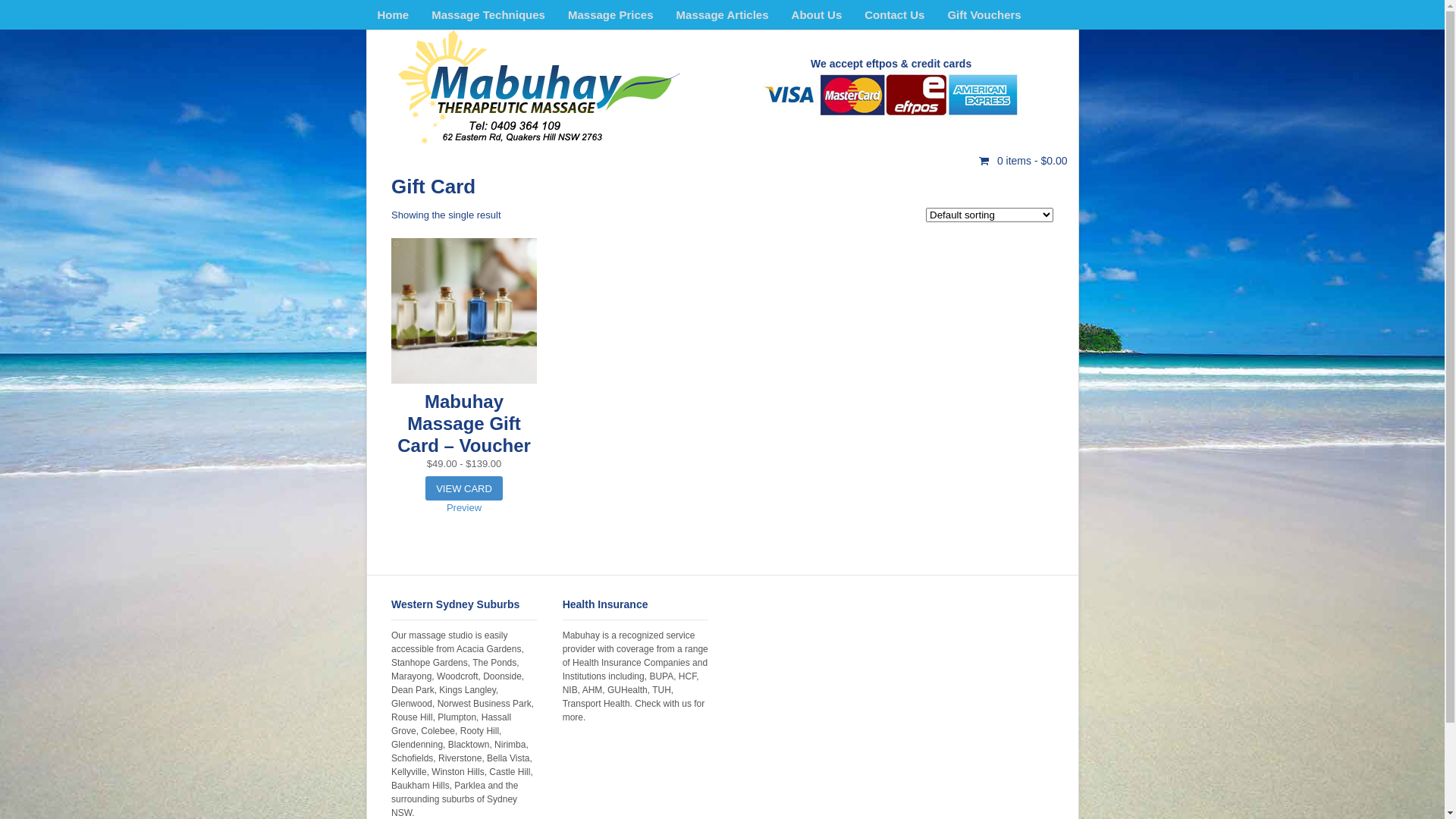 Image resolution: width=1456 pixels, height=819 pixels. What do you see at coordinates (463, 488) in the screenshot?
I see `'VIEW CARD'` at bounding box center [463, 488].